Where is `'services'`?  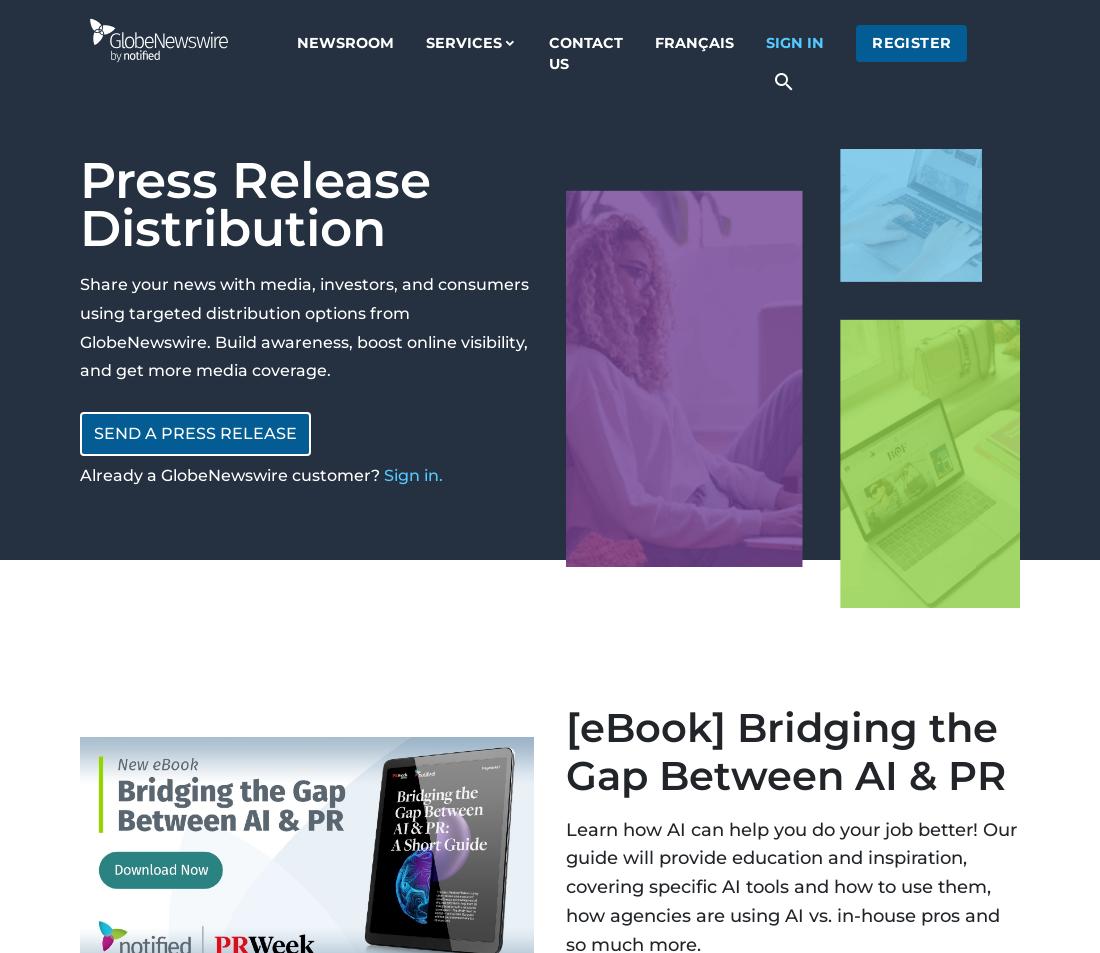
'services' is located at coordinates (462, 41).